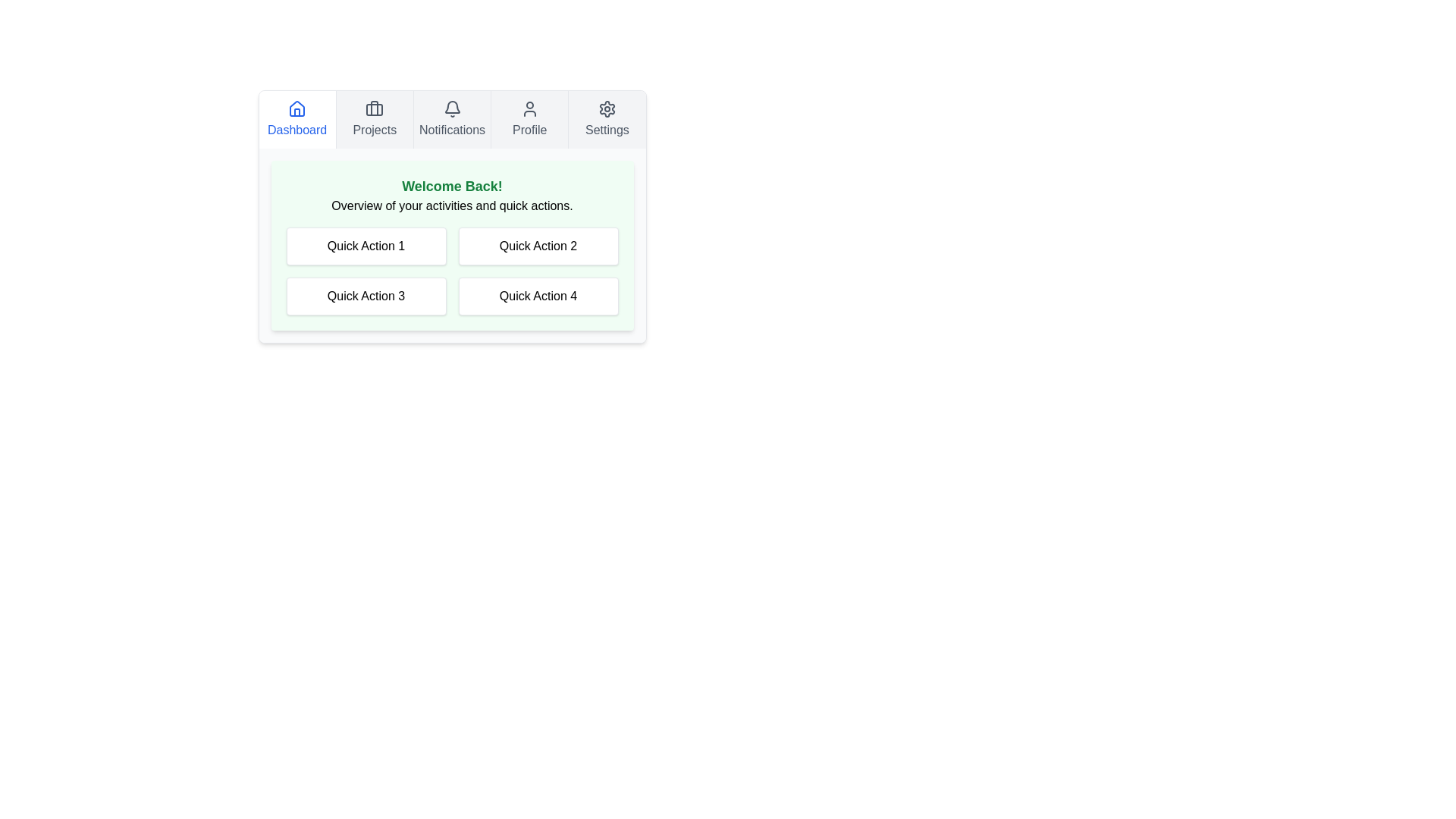 The height and width of the screenshot is (819, 1456). Describe the element at coordinates (538, 245) in the screenshot. I see `the 'Quick Action 2' button, which is a rectangular button with the text 'Quick Action 2' displayed in a darker color against a light background` at that location.